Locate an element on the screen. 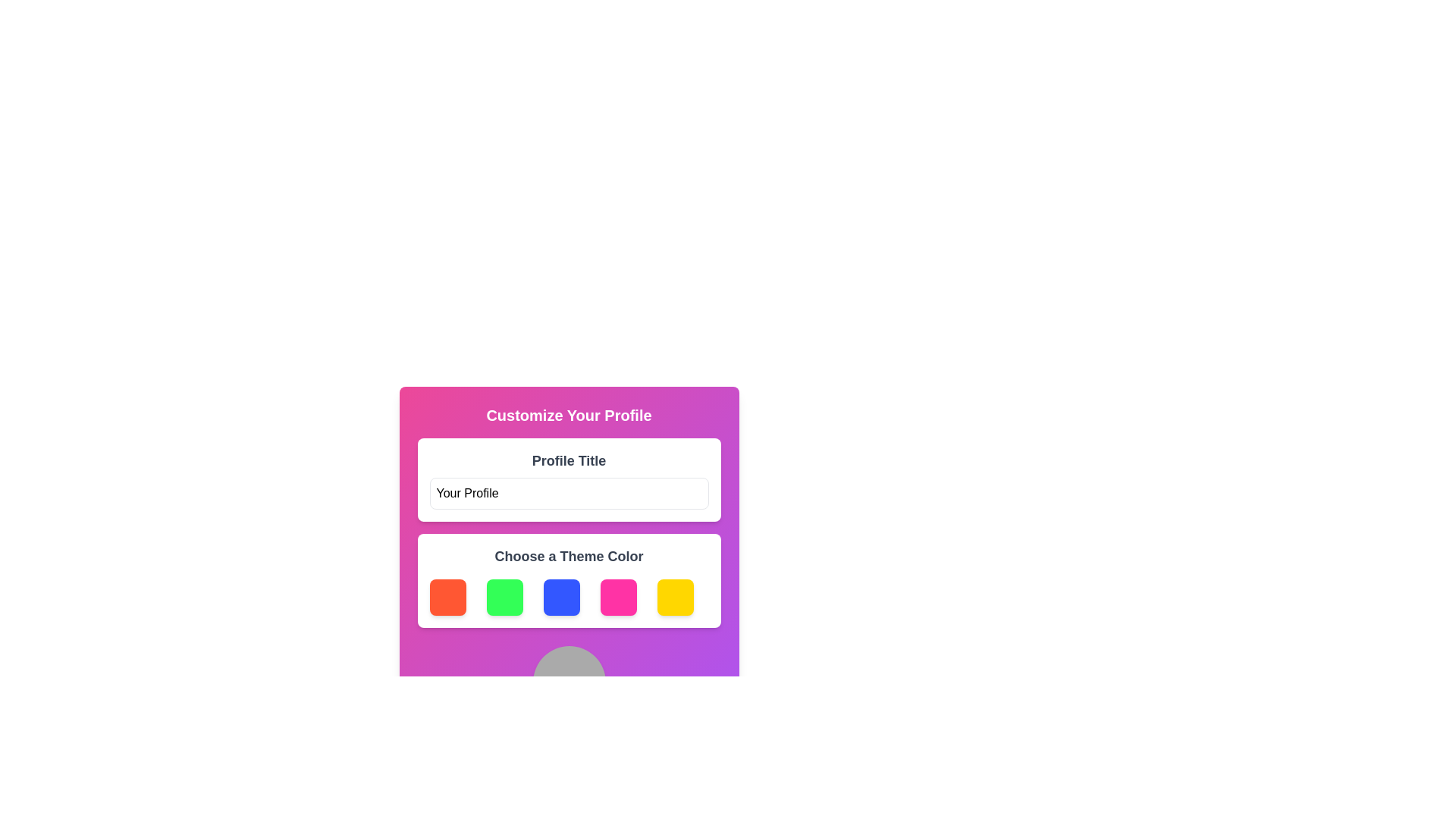 The height and width of the screenshot is (819, 1456). the green square button with rounded corners located beneath the title 'Choose a Theme Color' to trigger any hover effects is located at coordinates (504, 596).